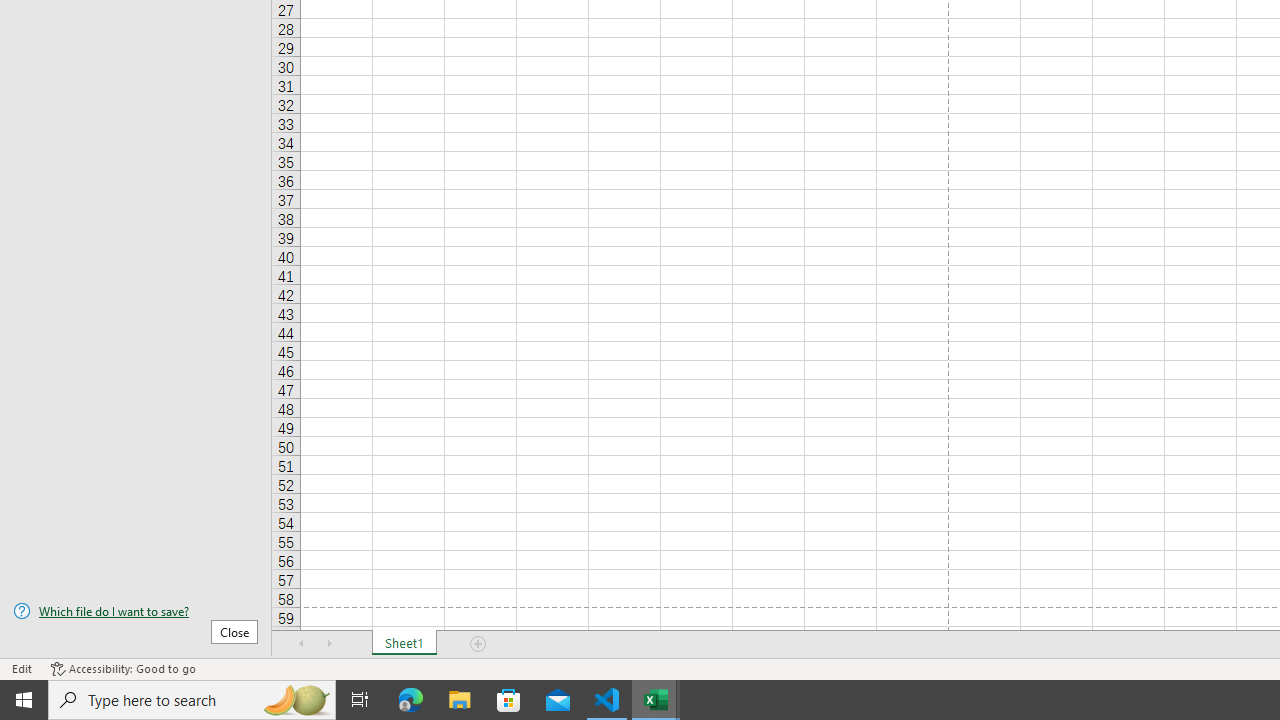  I want to click on 'Scroll Left', so click(301, 644).